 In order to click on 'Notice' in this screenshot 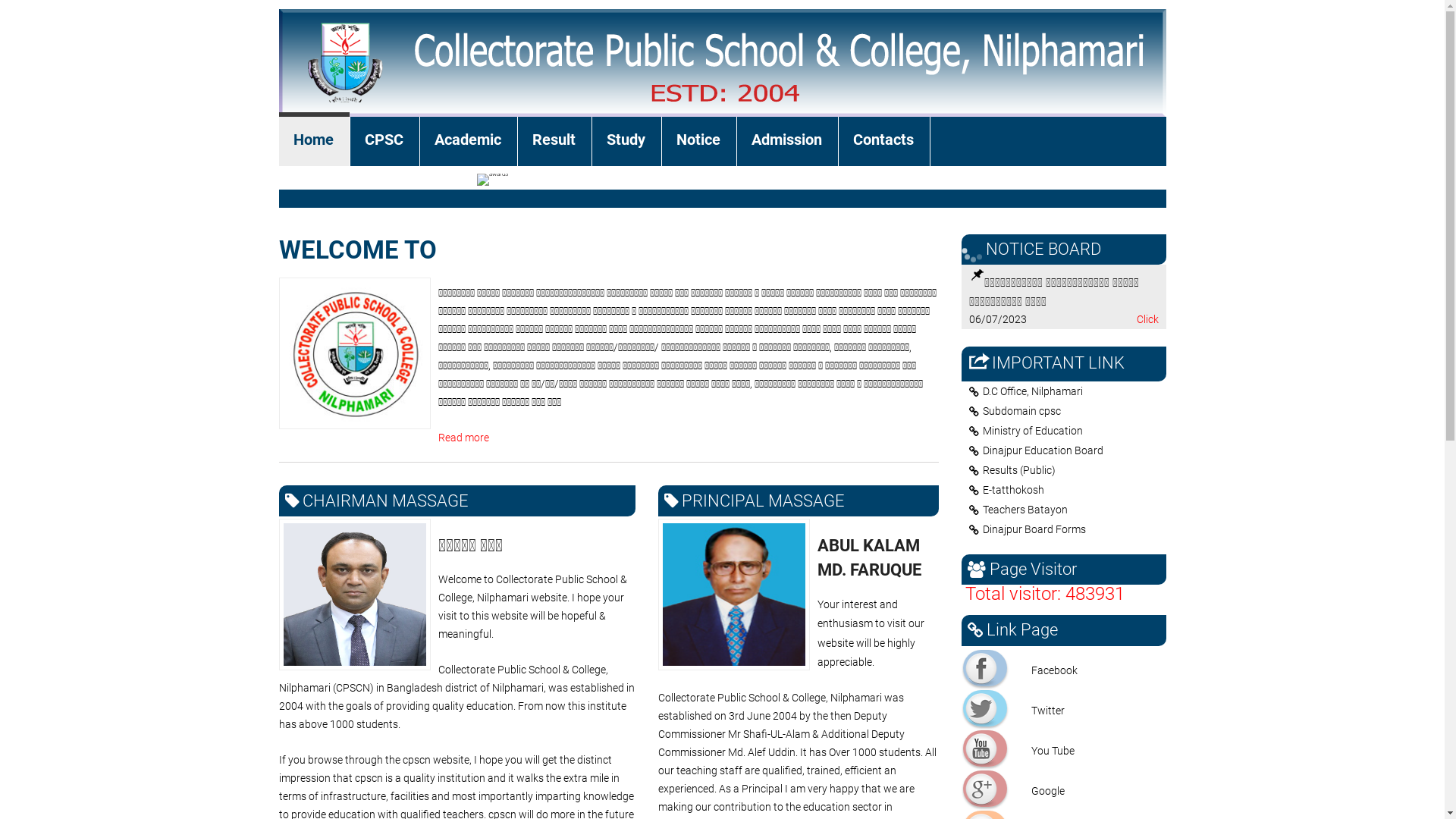, I will do `click(661, 141)`.